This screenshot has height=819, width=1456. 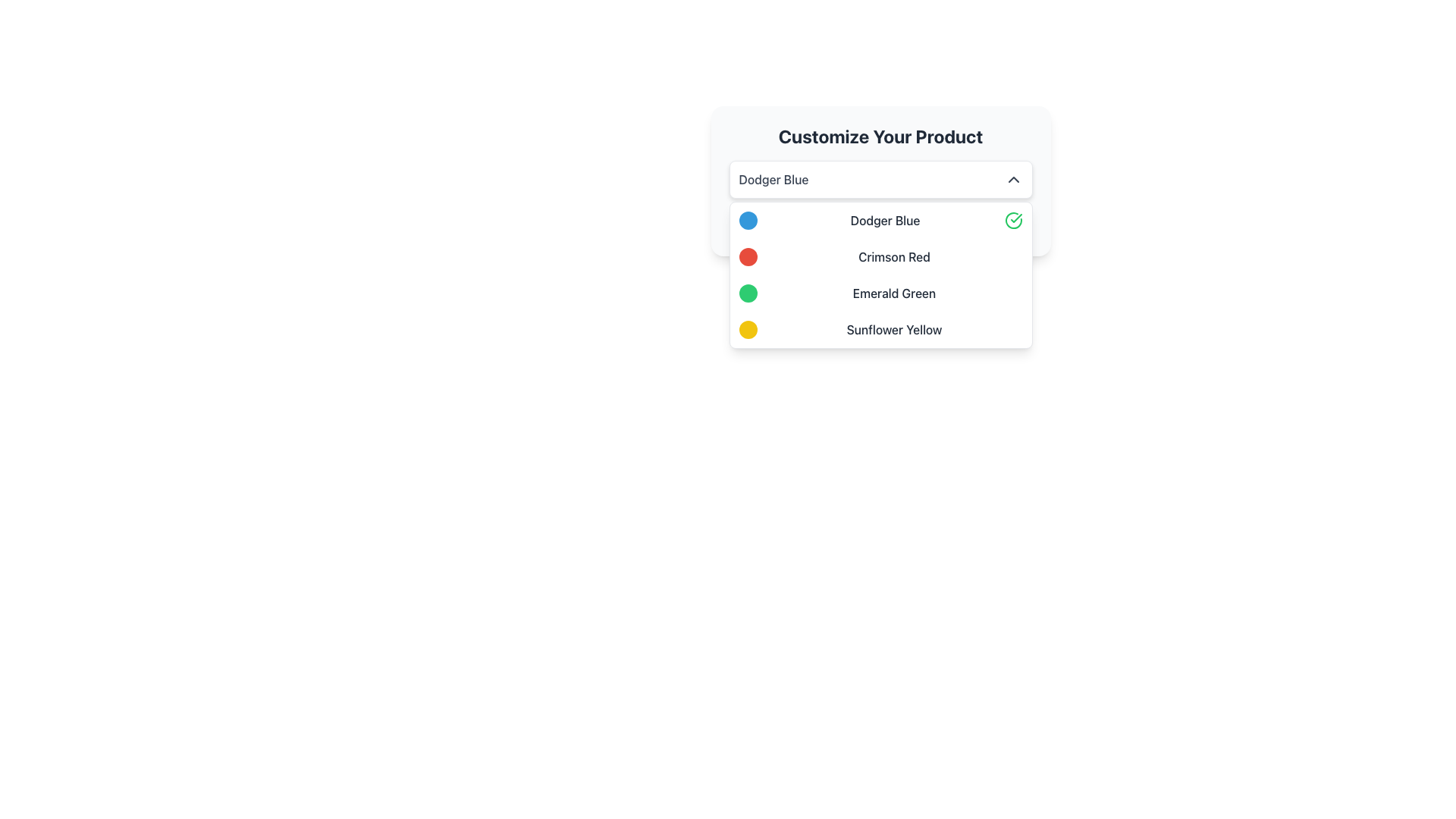 I want to click on the check mark icon located beside the selected item 'Dodger Blue' in the dropdown selection box, so click(x=1015, y=218).